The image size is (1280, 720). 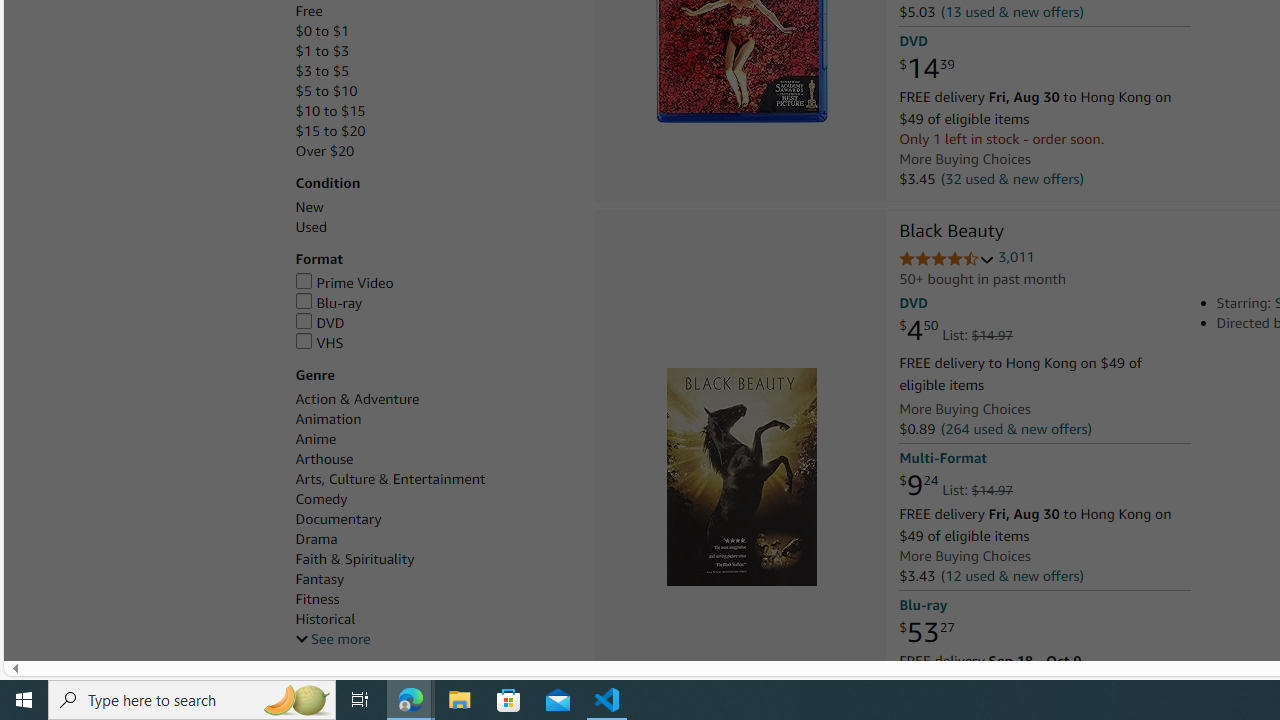 What do you see at coordinates (433, 399) in the screenshot?
I see `'Action & Adventure'` at bounding box center [433, 399].